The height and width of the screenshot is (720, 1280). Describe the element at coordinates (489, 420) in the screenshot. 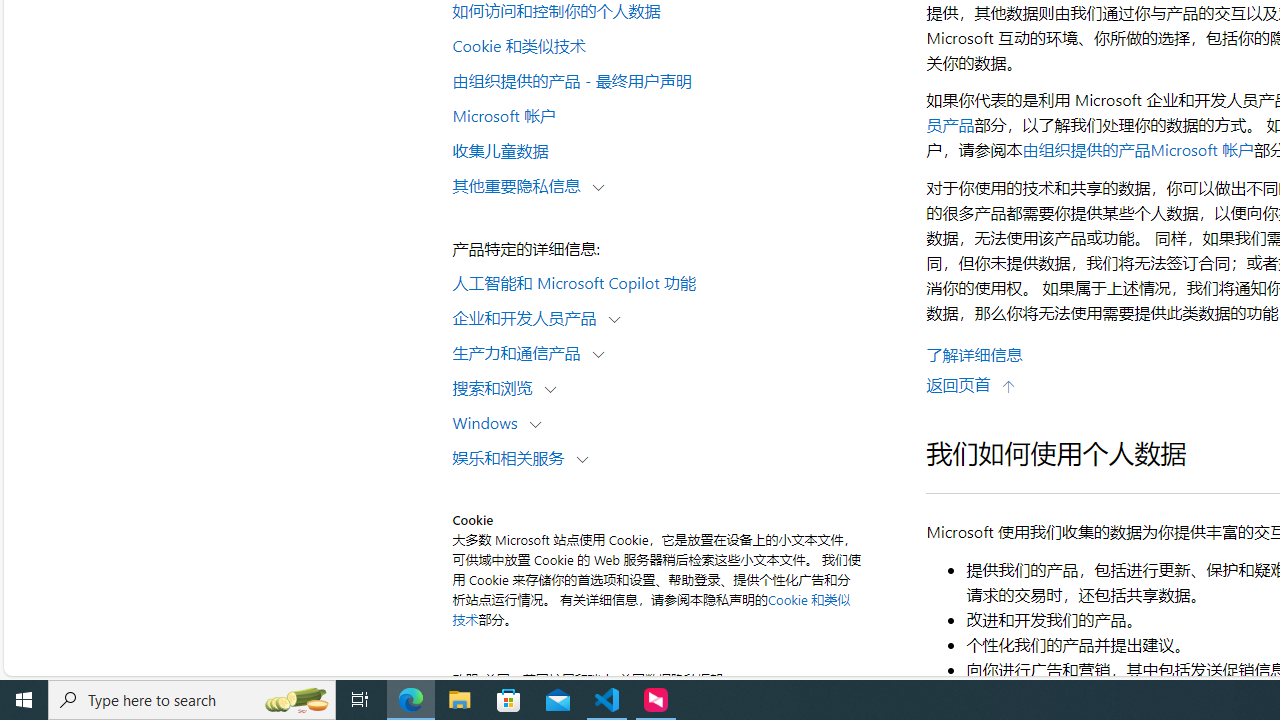

I see `'Windows'` at that location.